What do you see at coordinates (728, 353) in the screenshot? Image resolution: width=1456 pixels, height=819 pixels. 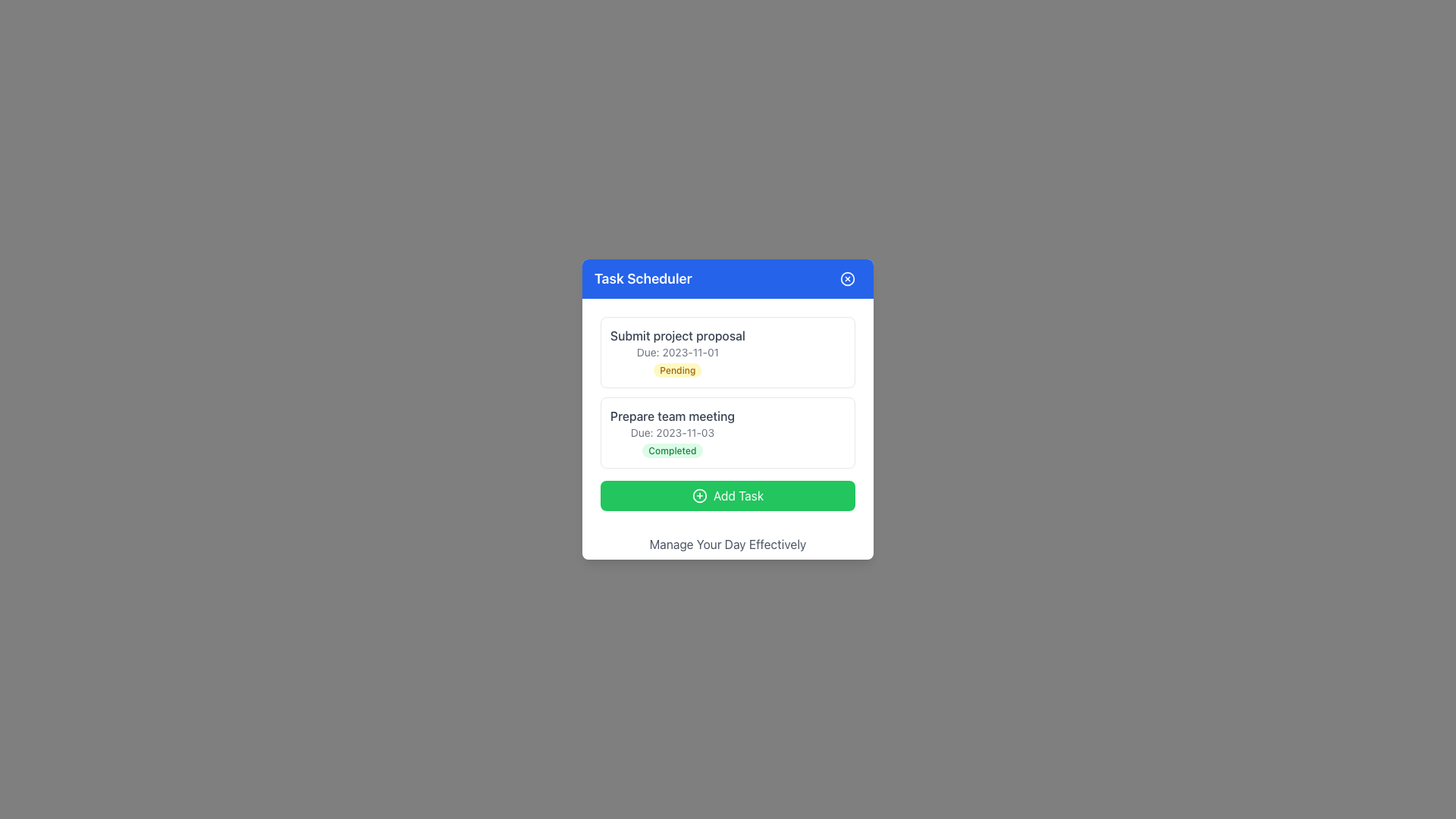 I see `contents of the first task item in the task scheduler application located under the blue title bar labeled 'Task Scheduler'` at bounding box center [728, 353].